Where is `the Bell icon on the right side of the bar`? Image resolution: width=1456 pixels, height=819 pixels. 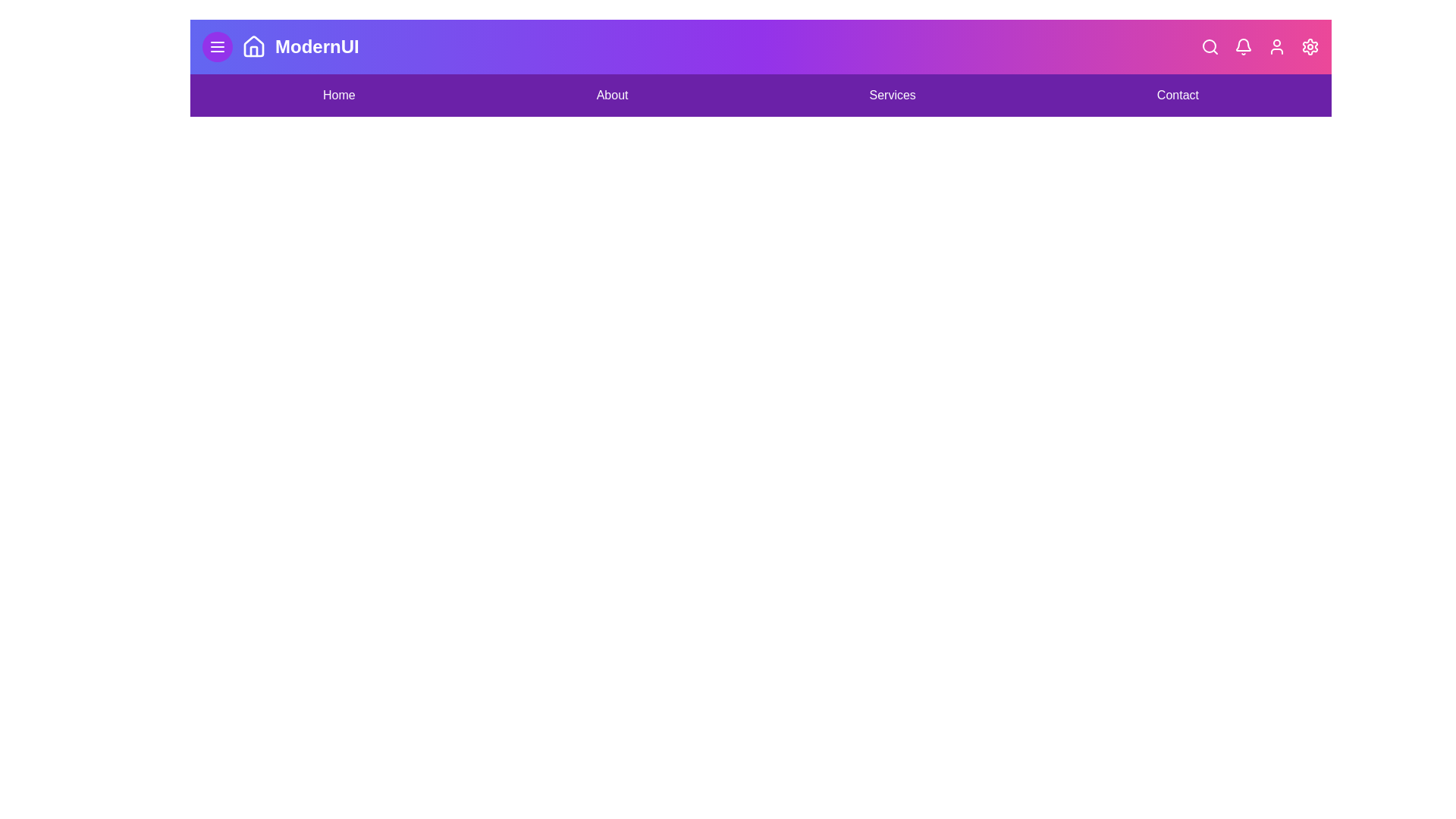 the Bell icon on the right side of the bar is located at coordinates (1244, 45).